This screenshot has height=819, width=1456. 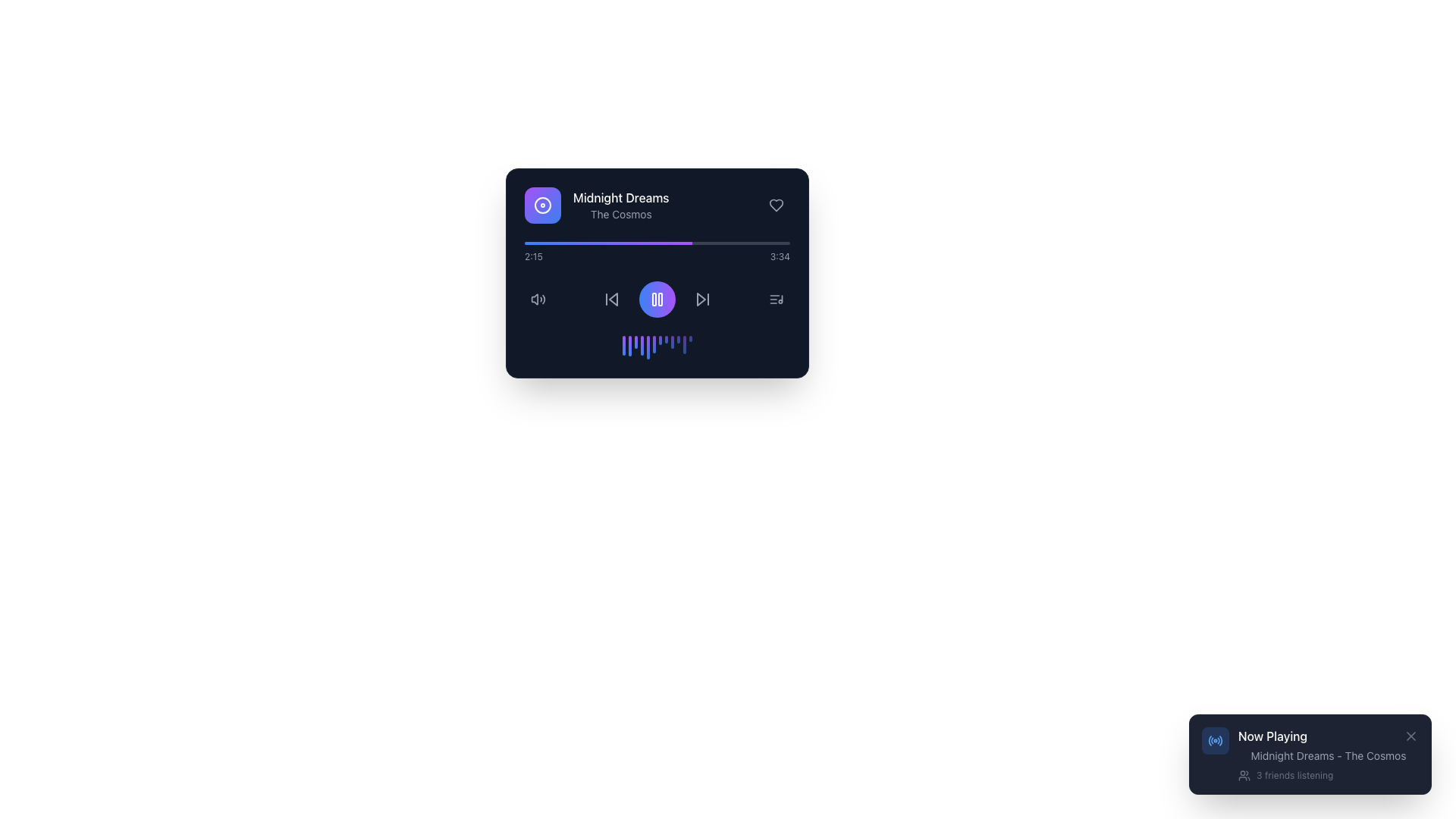 I want to click on text displayed in the title label of the currently playing music track, which is located on the left side of the music player interface, near the top and aligned horizontally with the album artwork icon, so click(x=621, y=197).